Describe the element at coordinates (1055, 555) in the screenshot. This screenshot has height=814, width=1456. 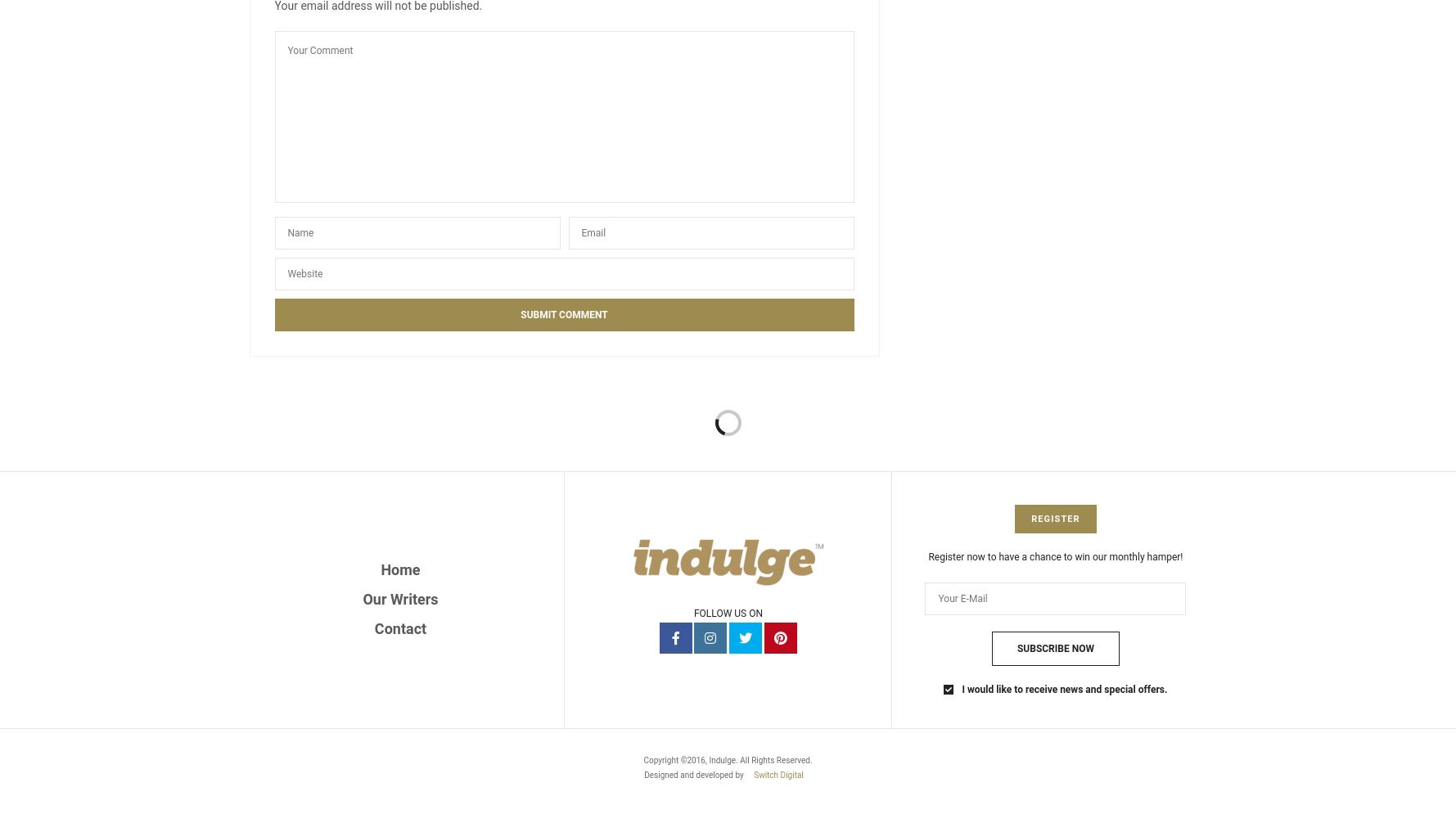
I see `'Register now to have a chance to win our monthly hamper!'` at that location.